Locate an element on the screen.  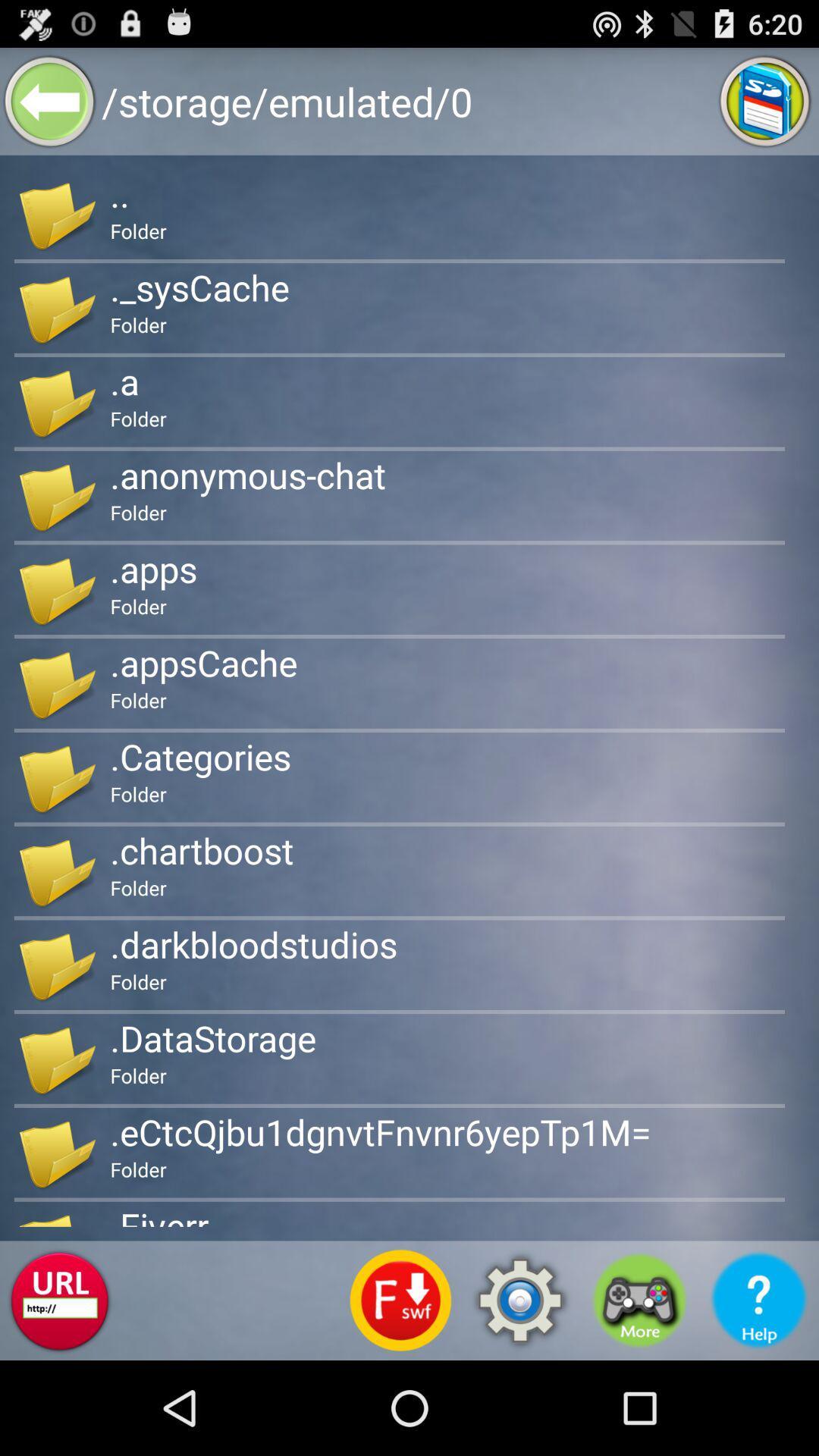
the .datastorage item is located at coordinates (213, 1037).